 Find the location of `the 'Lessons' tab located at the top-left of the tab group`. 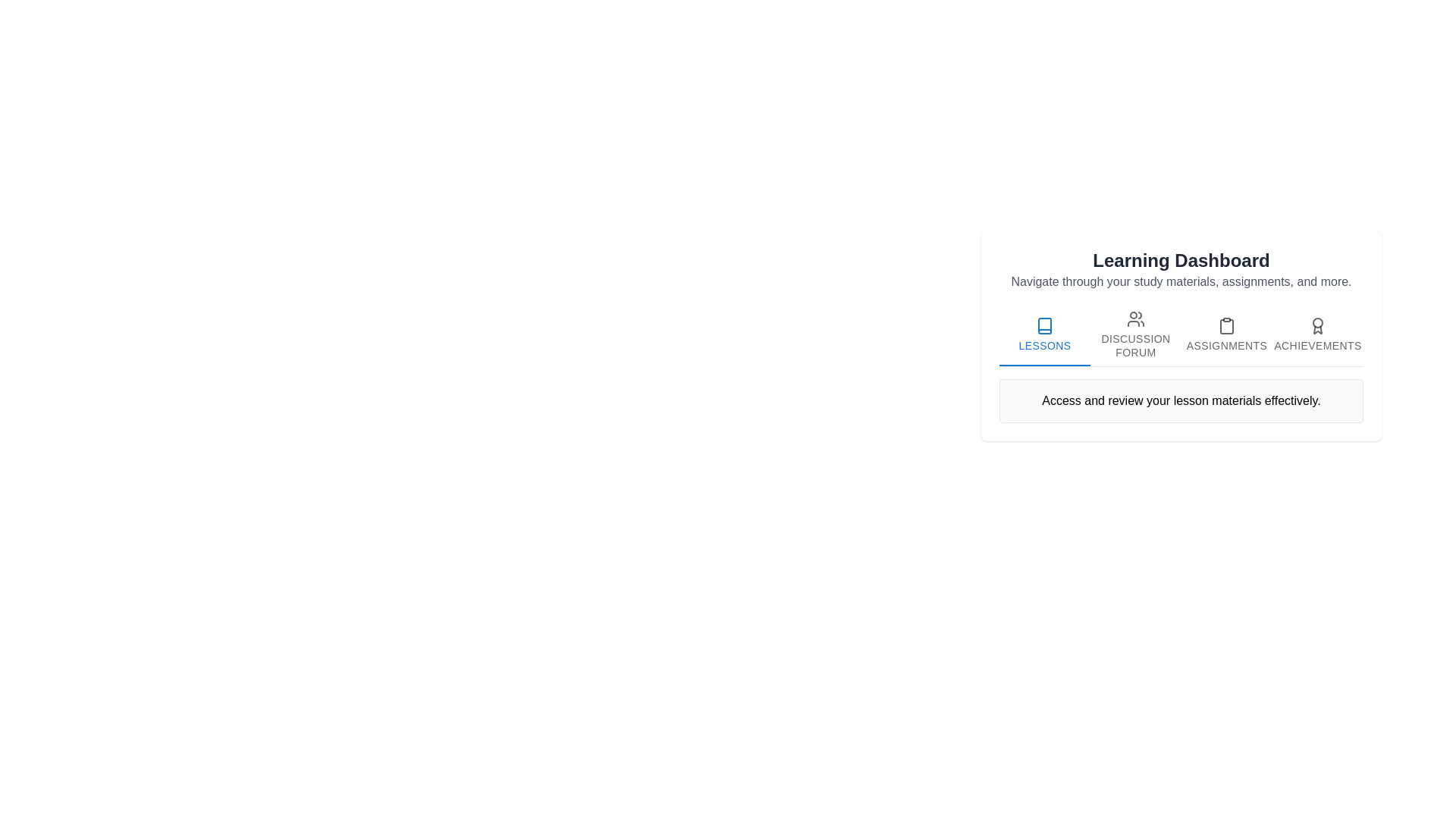

the 'Lessons' tab located at the top-left of the tab group is located at coordinates (1043, 333).